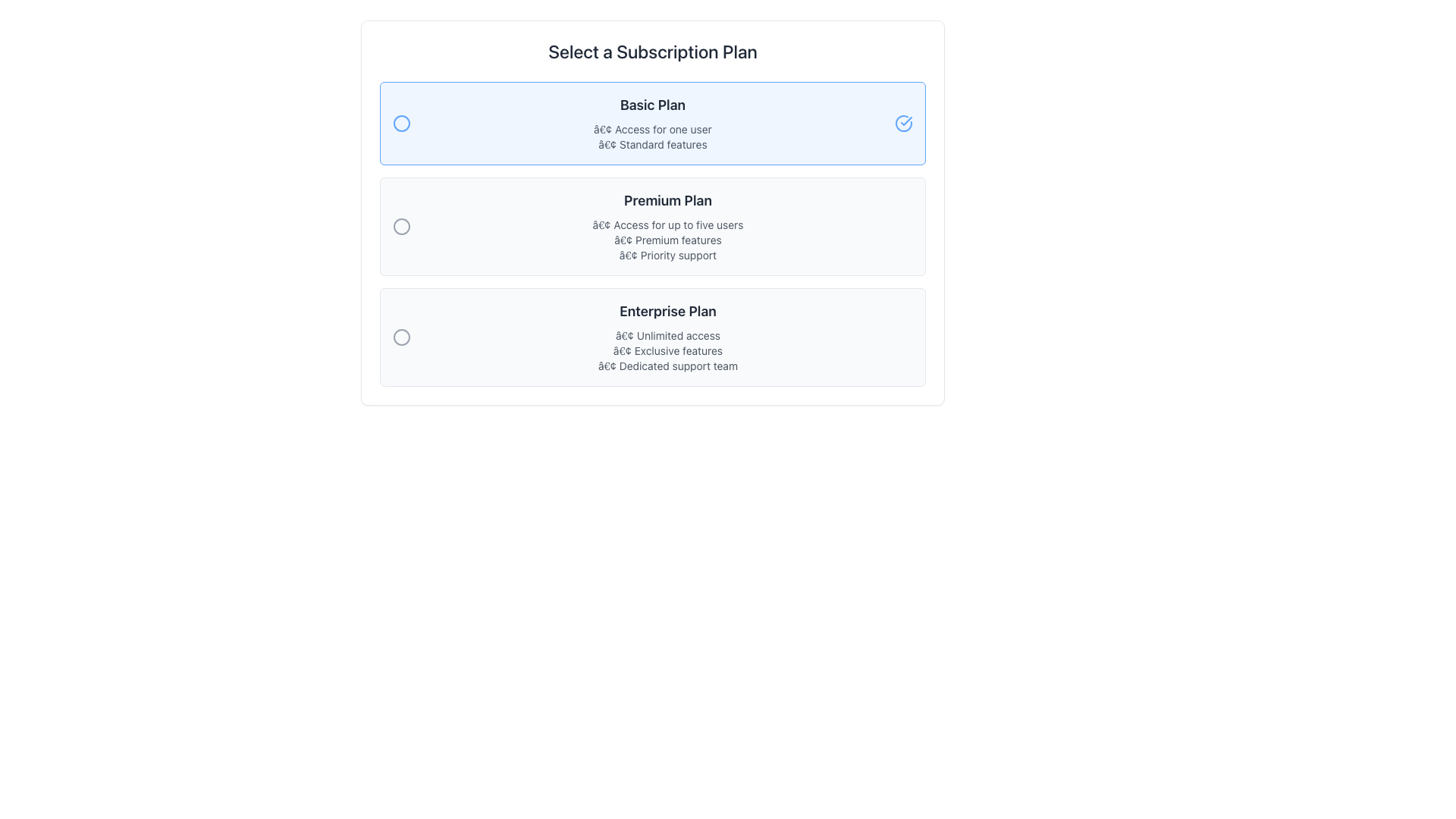 This screenshot has height=819, width=1456. I want to click on text content of the 'Enterprise Plan' title label, which is positioned at the top of the subscription option card, so click(667, 311).